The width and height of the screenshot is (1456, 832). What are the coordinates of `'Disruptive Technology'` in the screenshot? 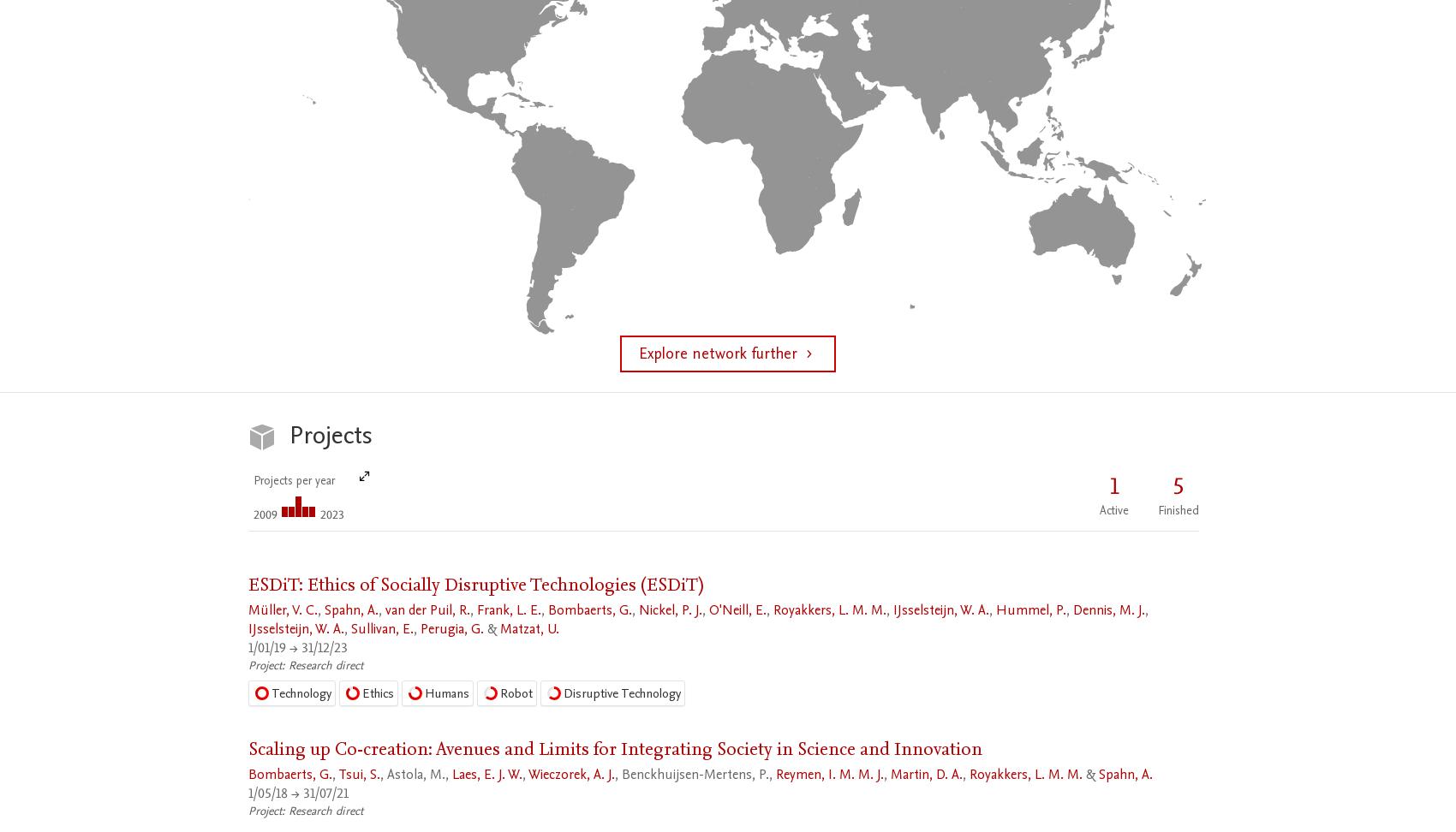 It's located at (622, 692).